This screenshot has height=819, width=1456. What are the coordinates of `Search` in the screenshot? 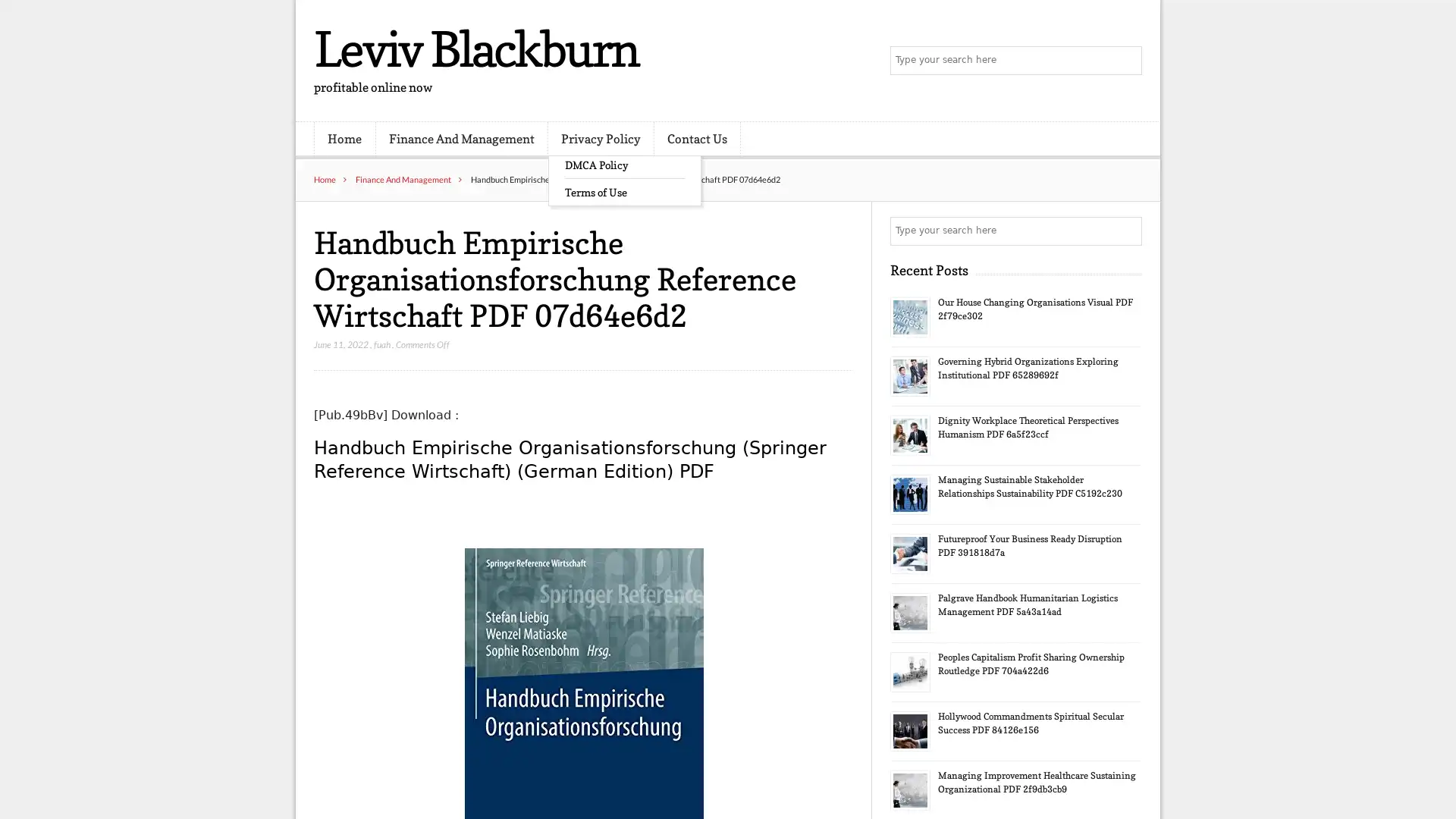 It's located at (1126, 61).